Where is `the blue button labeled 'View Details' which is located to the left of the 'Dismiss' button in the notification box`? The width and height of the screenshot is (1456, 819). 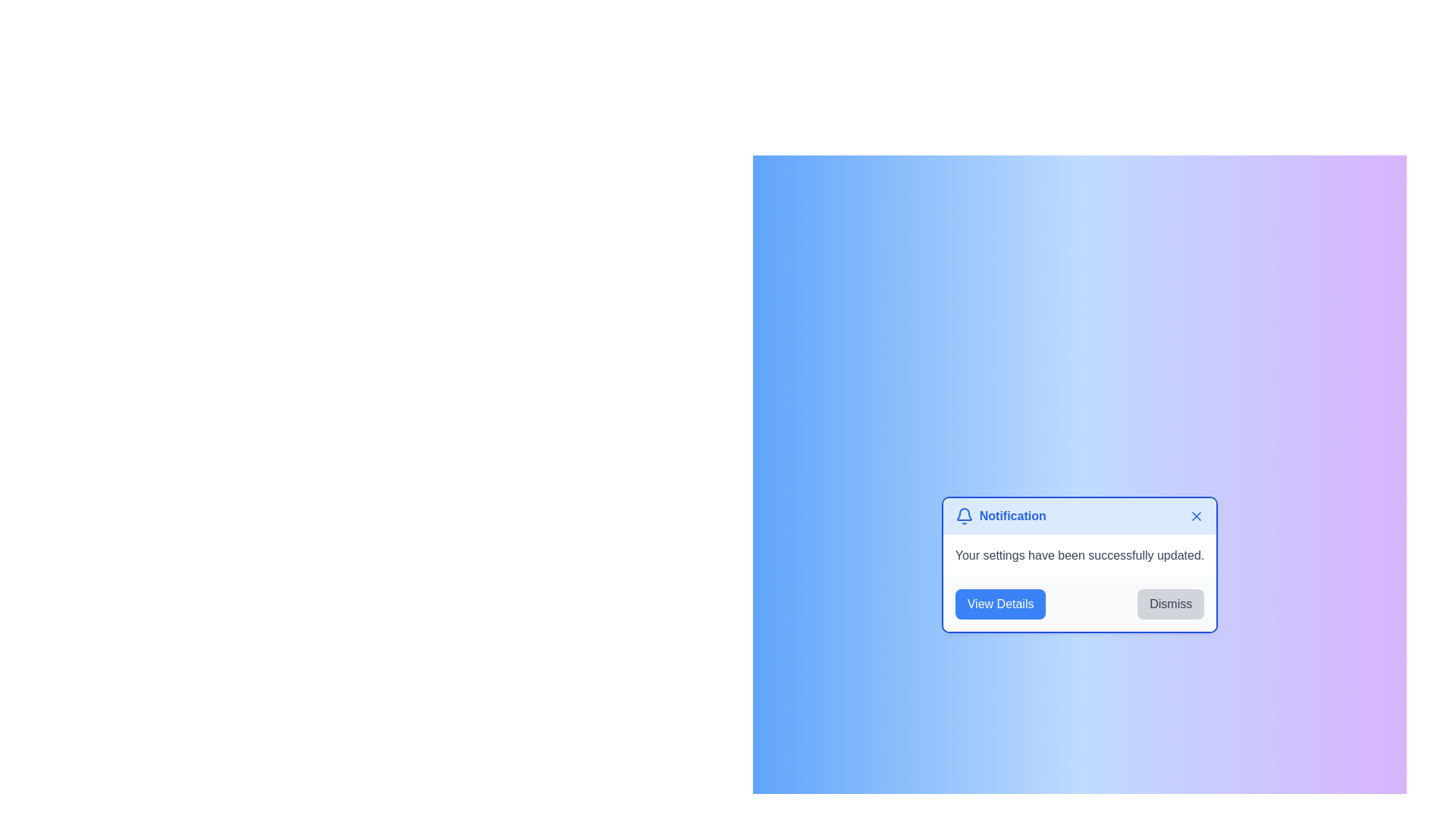 the blue button labeled 'View Details' which is located to the left of the 'Dismiss' button in the notification box is located at coordinates (1000, 604).